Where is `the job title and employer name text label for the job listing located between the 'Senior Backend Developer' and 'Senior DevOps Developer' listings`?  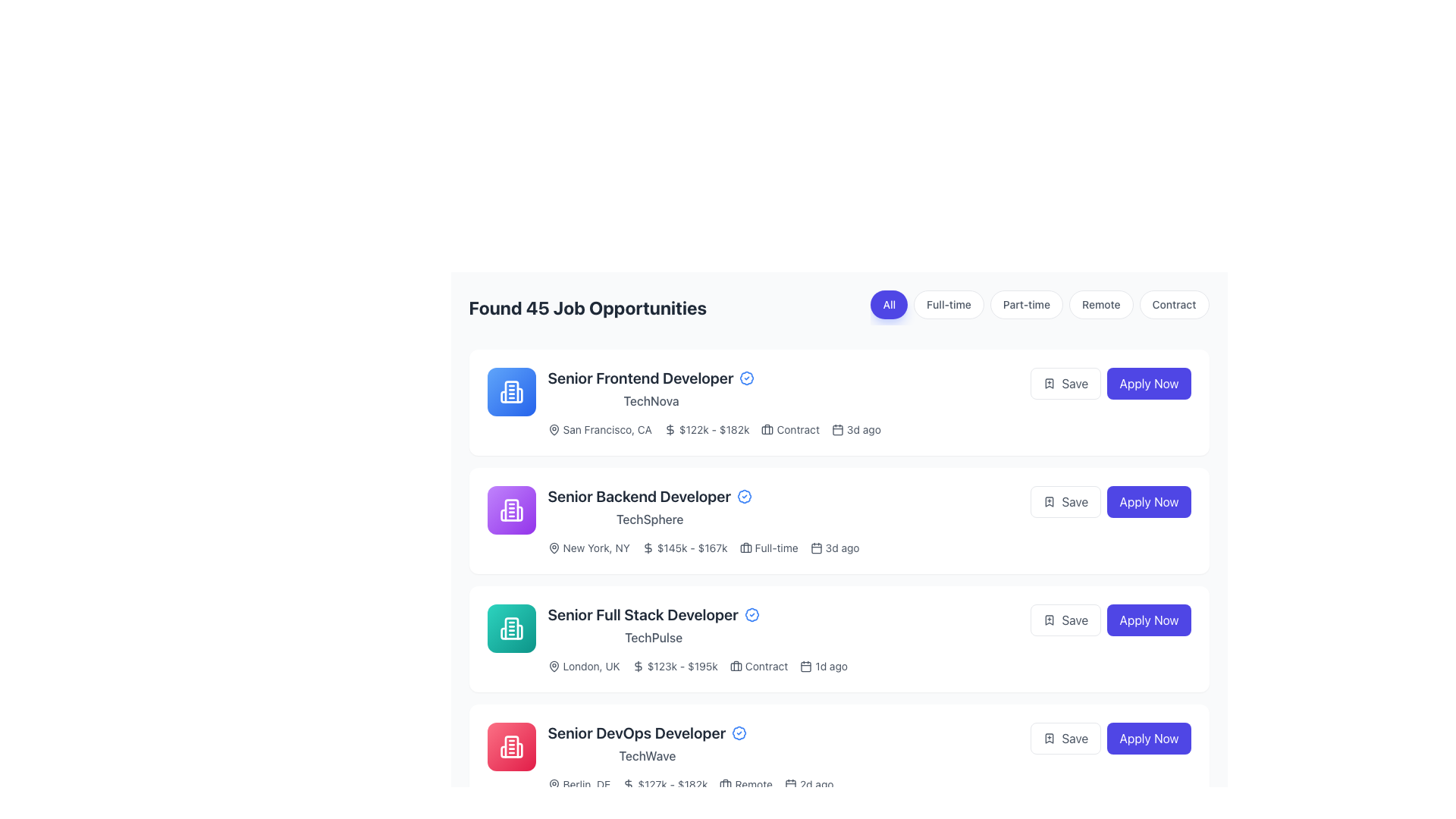 the job title and employer name text label for the job listing located between the 'Senior Backend Developer' and 'Senior DevOps Developer' listings is located at coordinates (654, 626).